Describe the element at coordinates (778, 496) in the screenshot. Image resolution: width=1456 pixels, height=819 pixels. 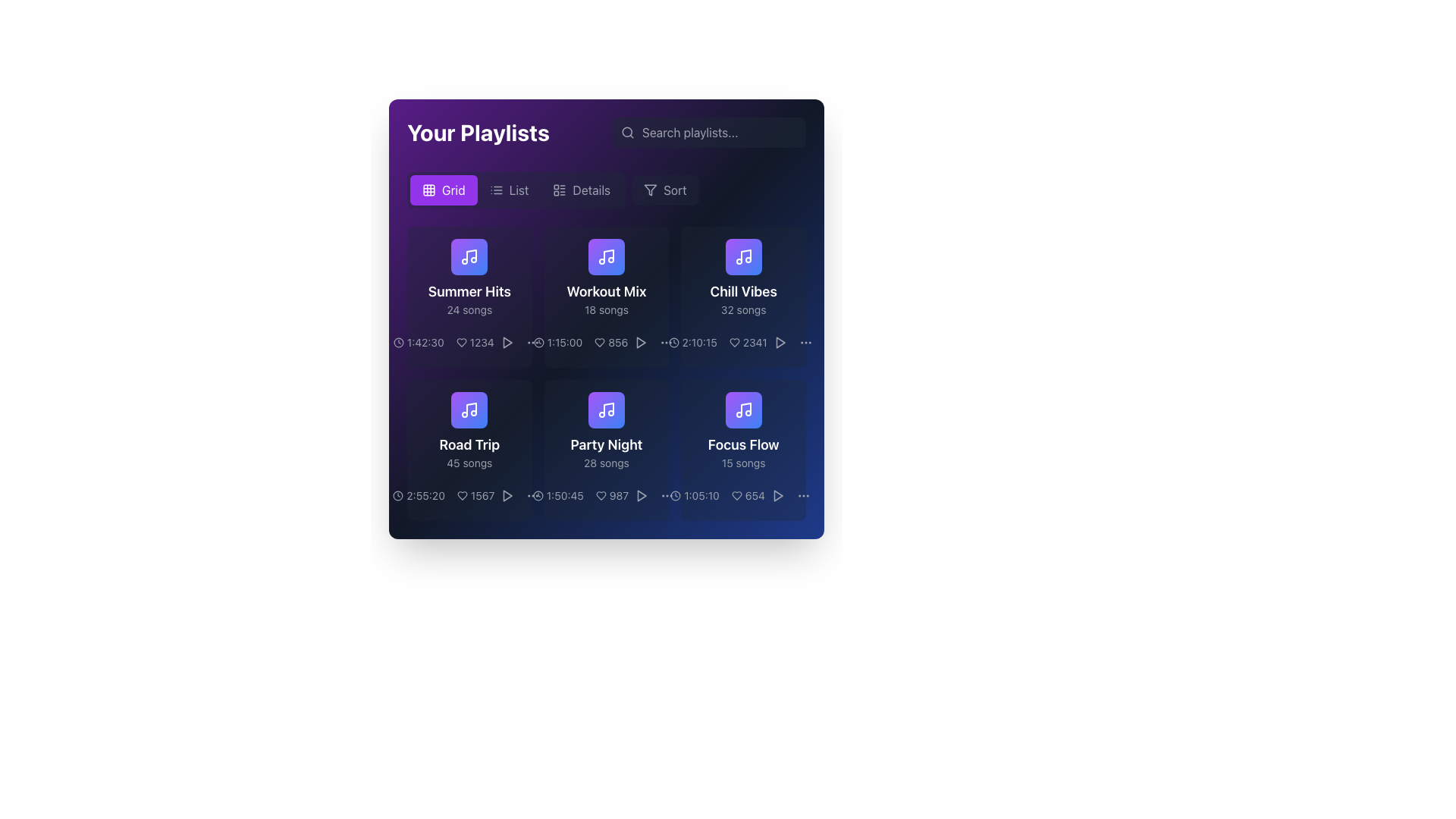
I see `keyboard navigation` at that location.